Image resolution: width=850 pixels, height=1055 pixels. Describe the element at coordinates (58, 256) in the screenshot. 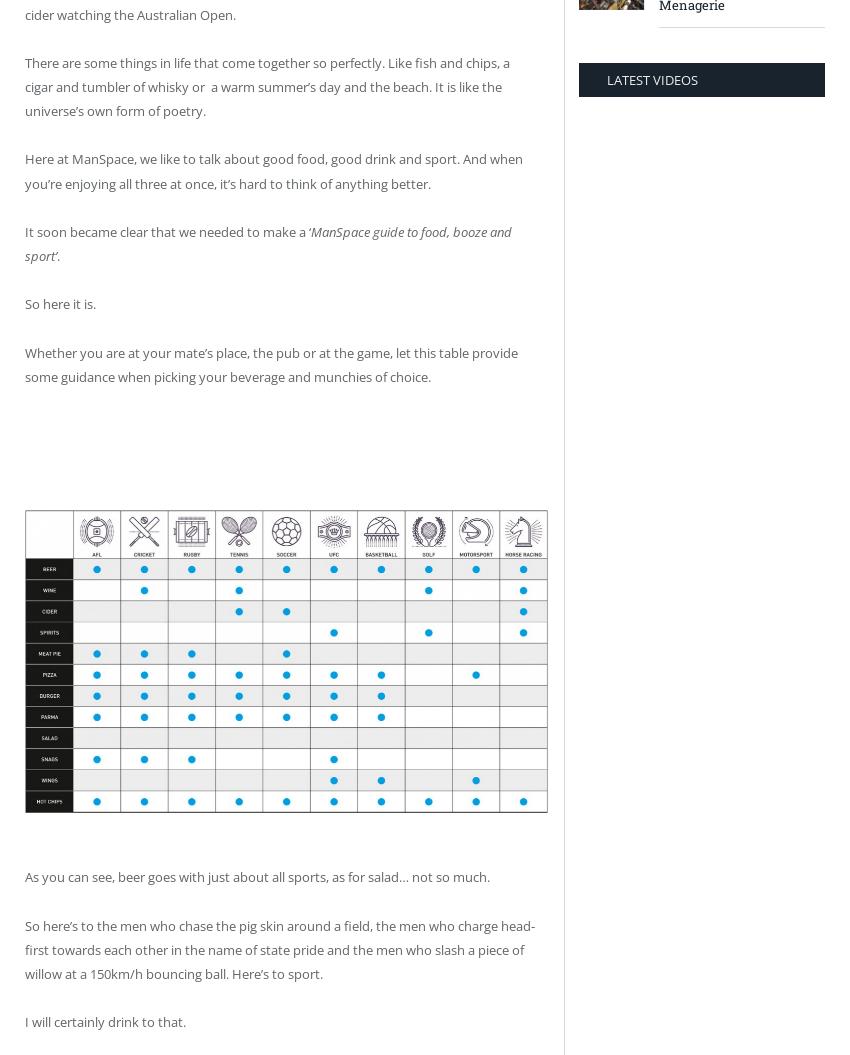

I see `'.'` at that location.